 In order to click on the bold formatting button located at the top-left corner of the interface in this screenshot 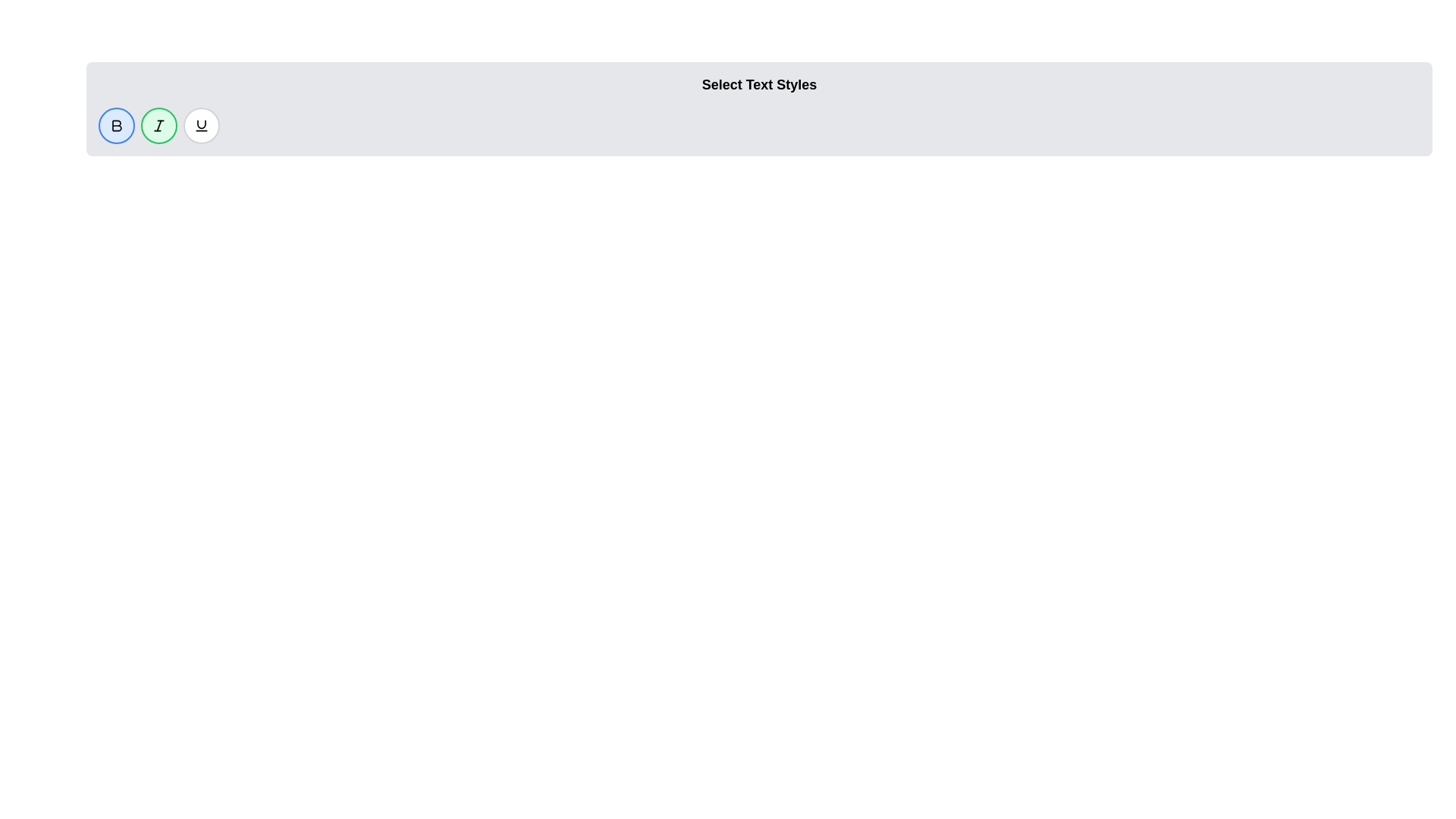, I will do `click(116, 124)`.